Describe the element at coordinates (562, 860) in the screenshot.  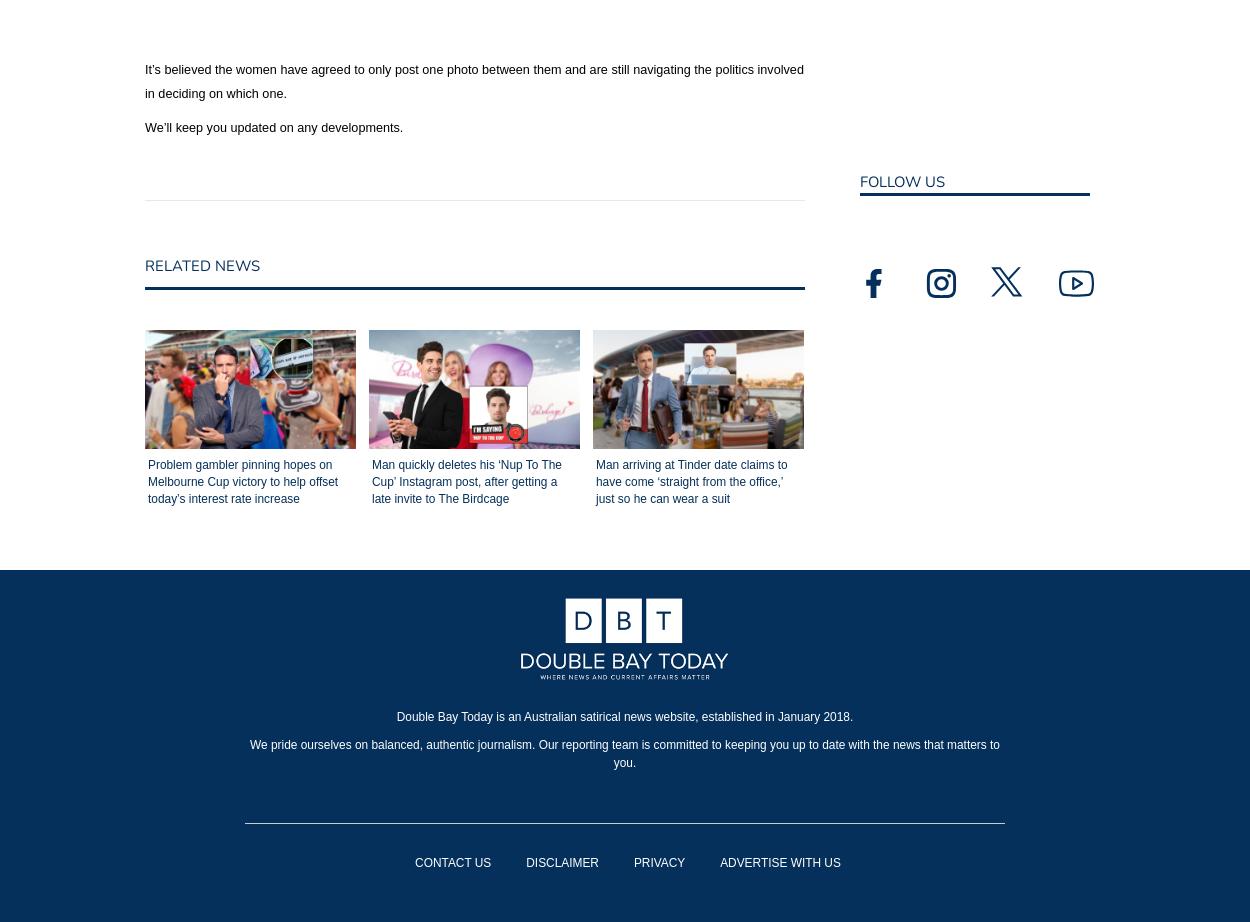
I see `'DISCLAIMER'` at that location.